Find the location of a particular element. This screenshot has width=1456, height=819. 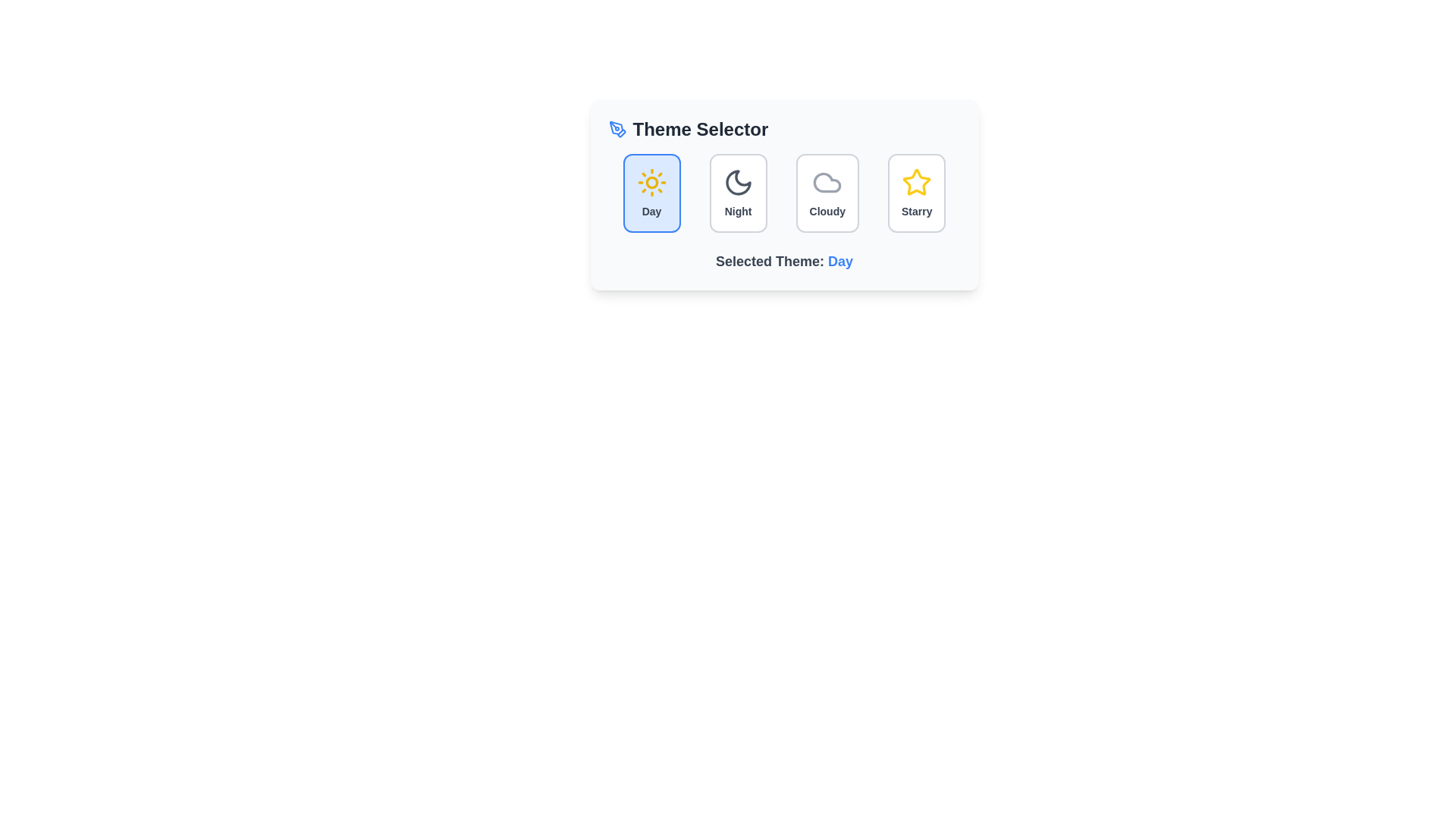

the static text label displaying 'Cloudy', which is bold and gray, located below a cloud icon in the third option group of theme selection is located at coordinates (827, 211).